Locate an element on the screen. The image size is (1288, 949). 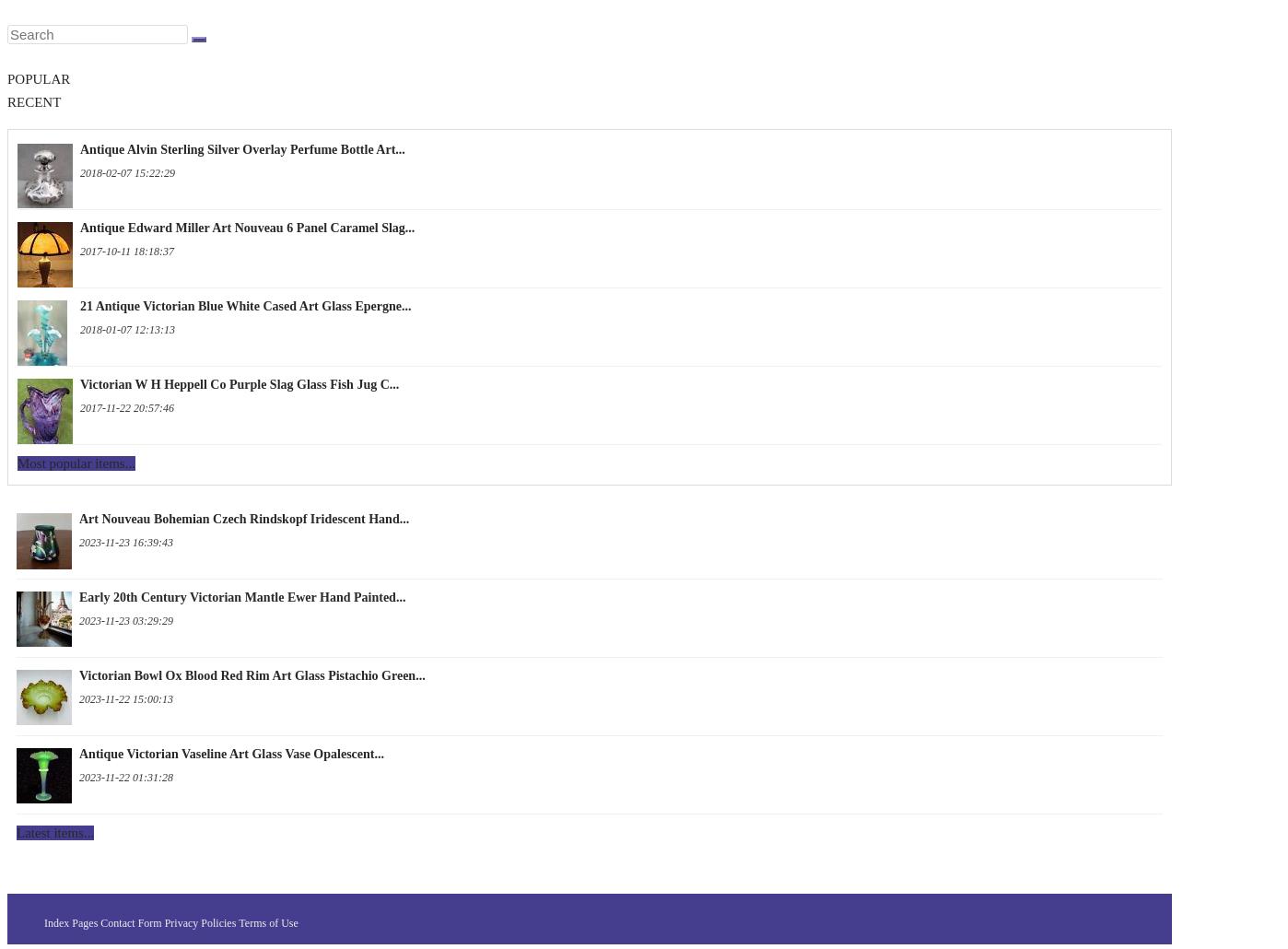
'Latest items...' is located at coordinates (54, 833).